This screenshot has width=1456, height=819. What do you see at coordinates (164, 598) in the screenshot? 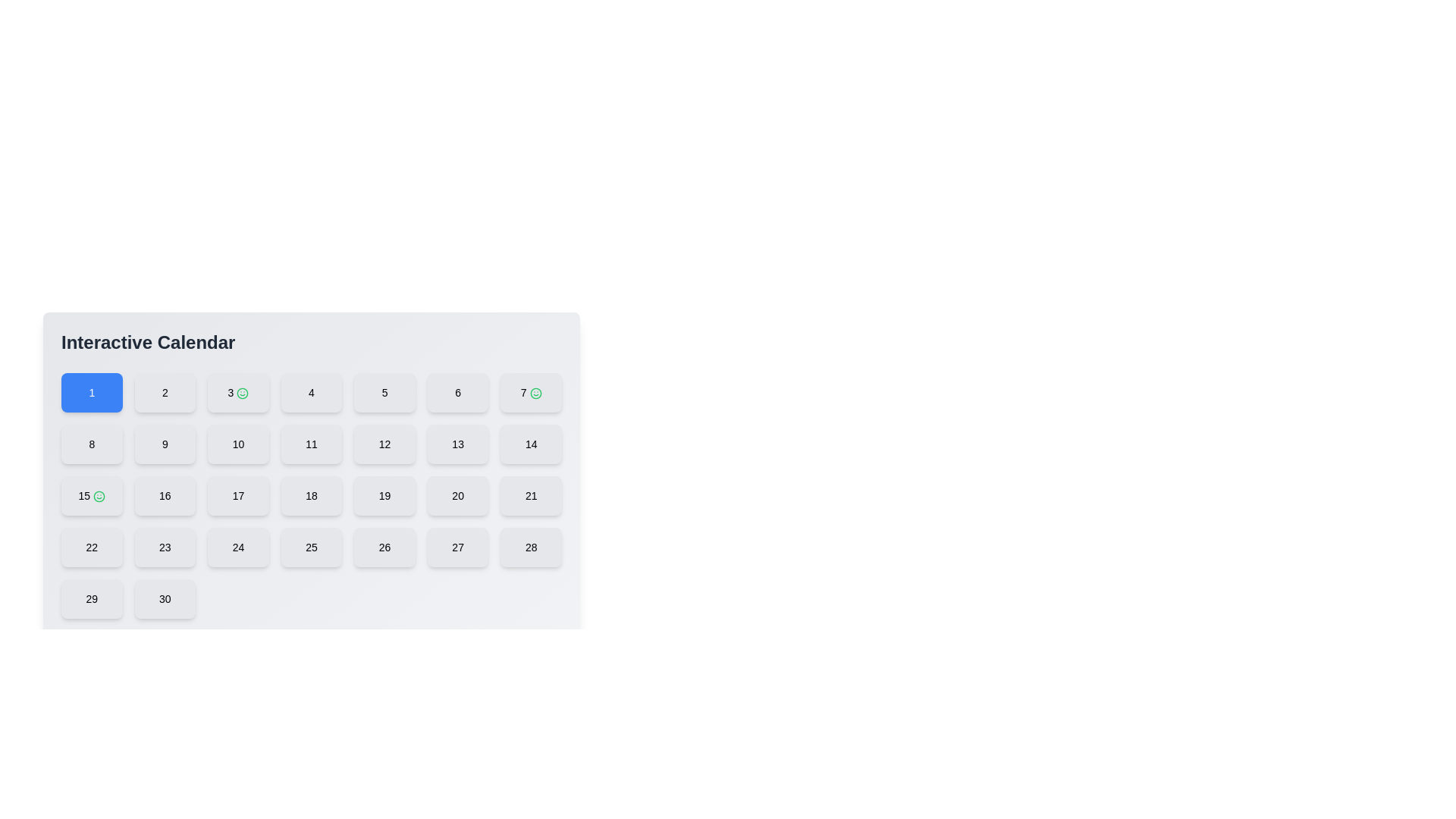
I see `the button with the number '30', which is a rounded square with a light gray background located in the bottom right of a 7-column grid layout` at bounding box center [164, 598].